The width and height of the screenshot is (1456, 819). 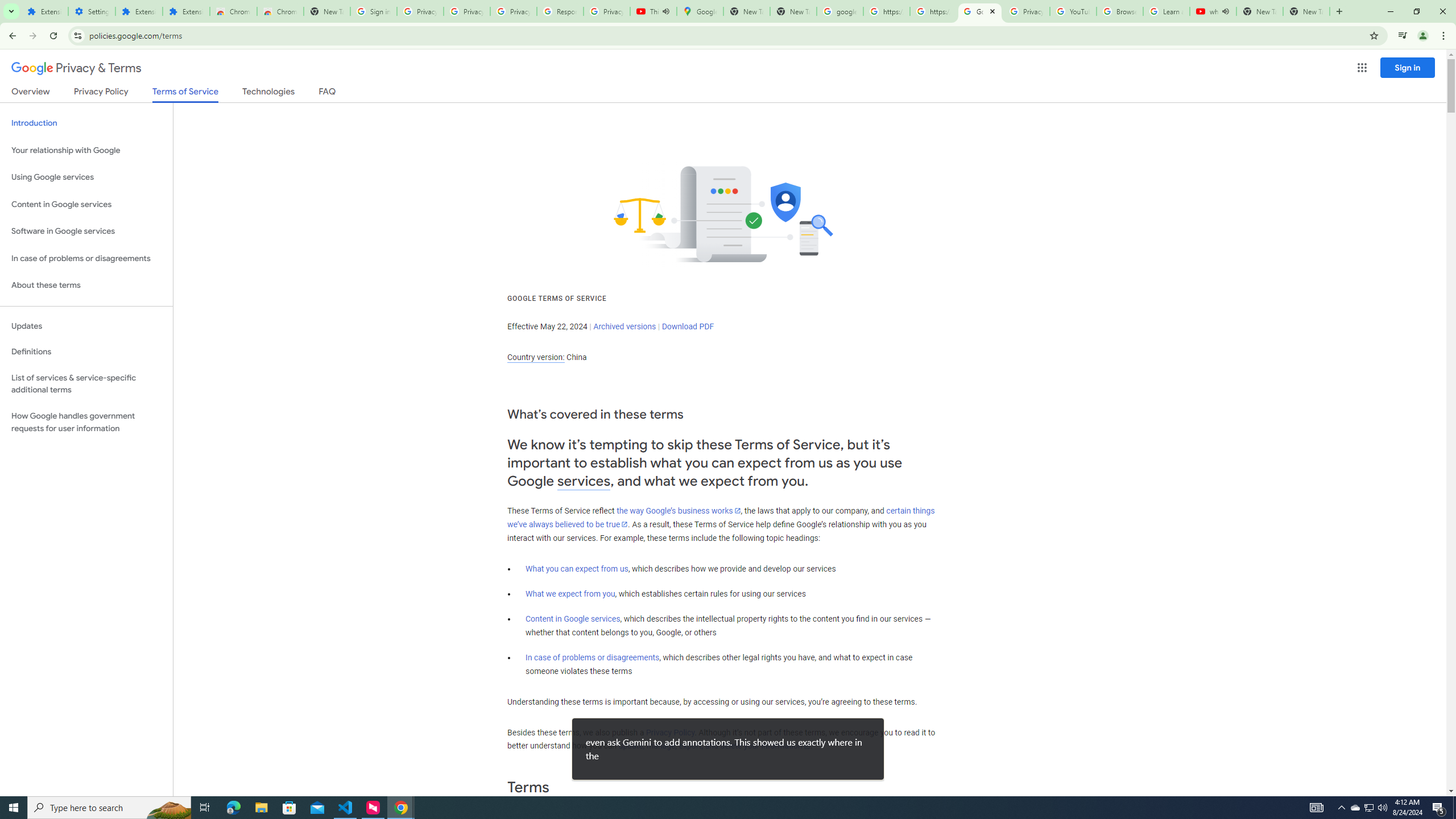 What do you see at coordinates (591, 657) in the screenshot?
I see `'In case of problems or disagreements'` at bounding box center [591, 657].